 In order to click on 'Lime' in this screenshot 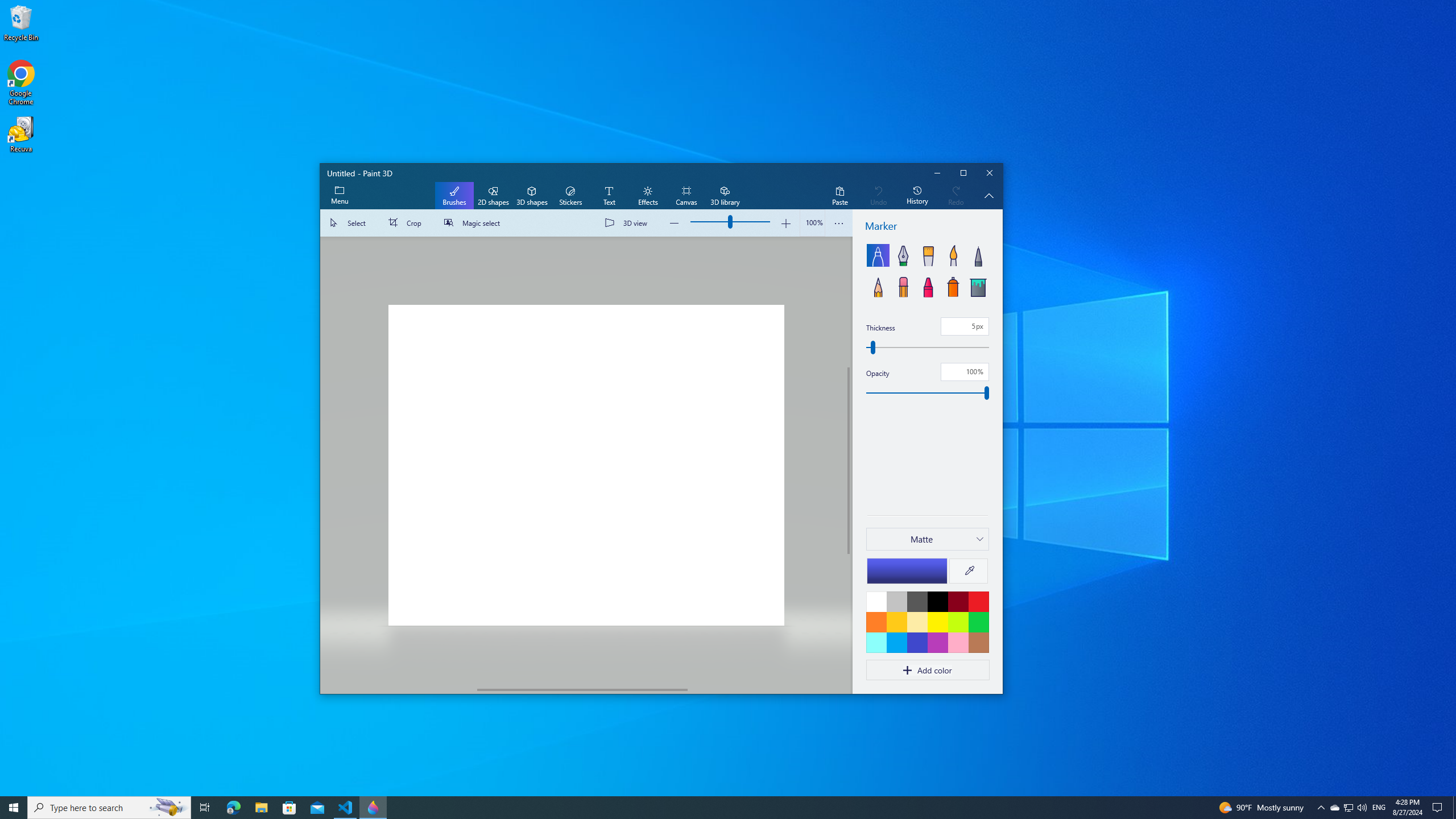, I will do `click(957, 621)`.